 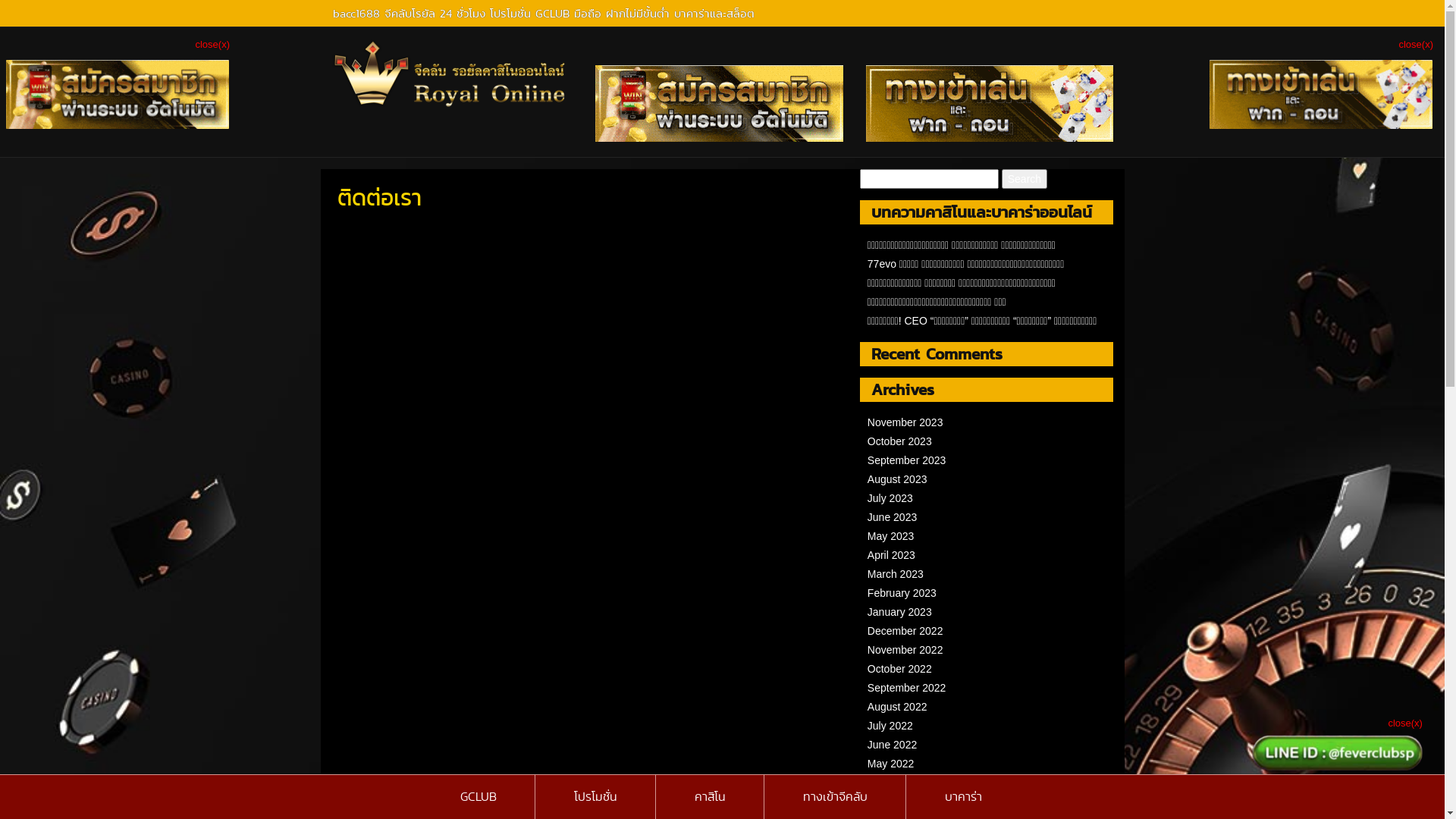 What do you see at coordinates (895, 800) in the screenshot?
I see `'March 2022'` at bounding box center [895, 800].